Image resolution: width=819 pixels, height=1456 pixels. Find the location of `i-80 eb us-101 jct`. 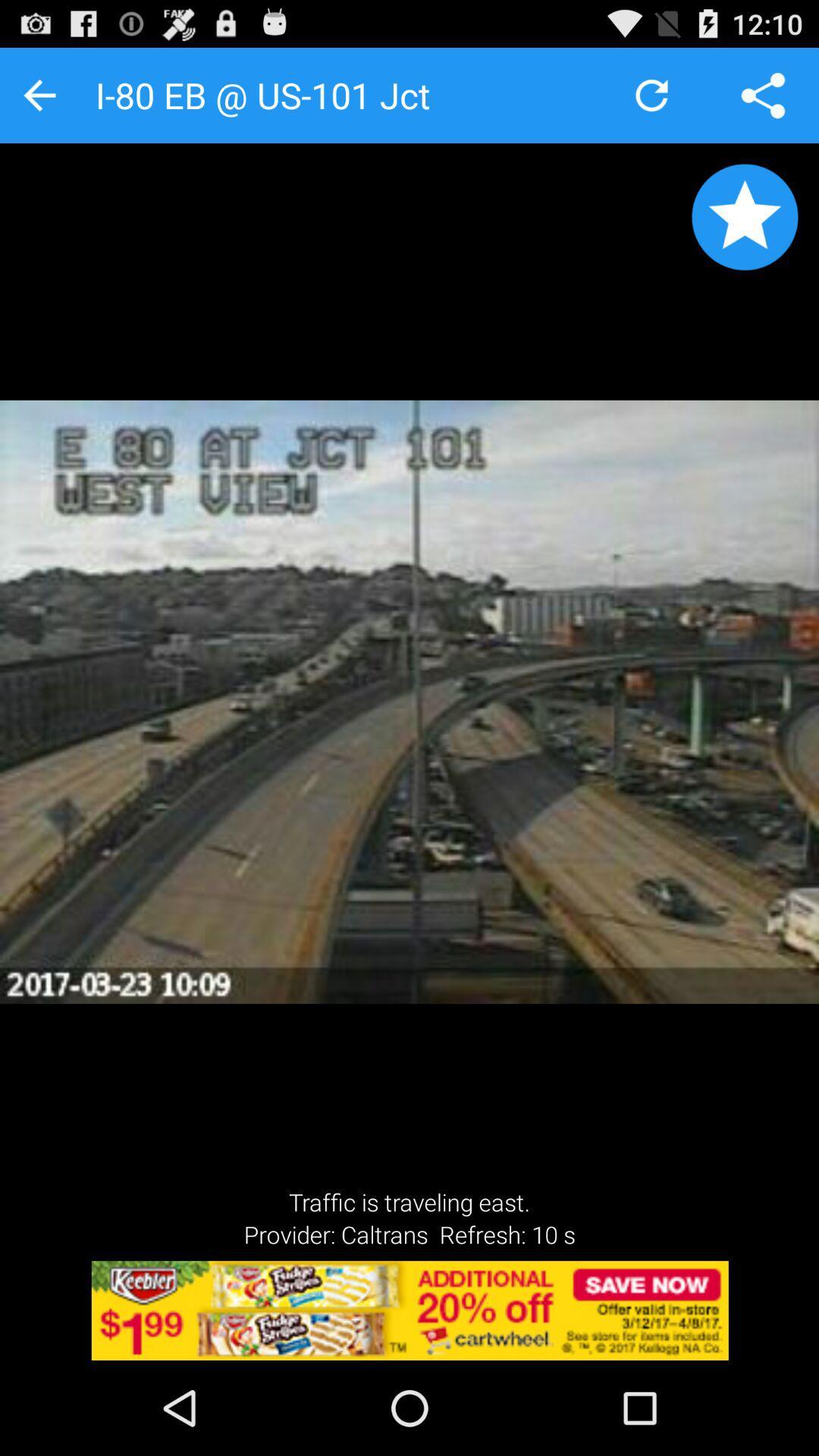

i-80 eb us-101 jct is located at coordinates (744, 216).